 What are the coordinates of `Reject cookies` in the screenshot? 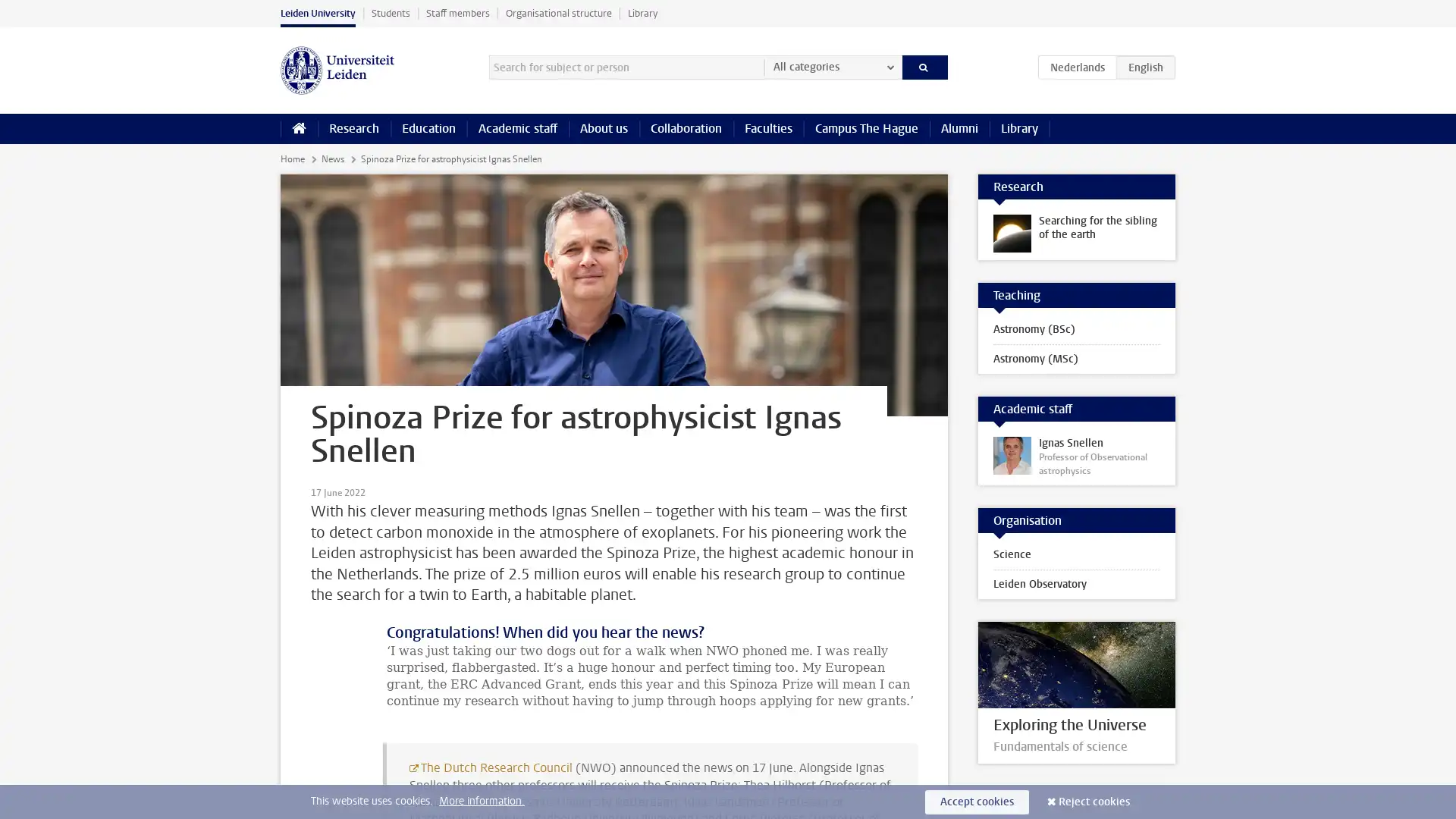 It's located at (1094, 801).